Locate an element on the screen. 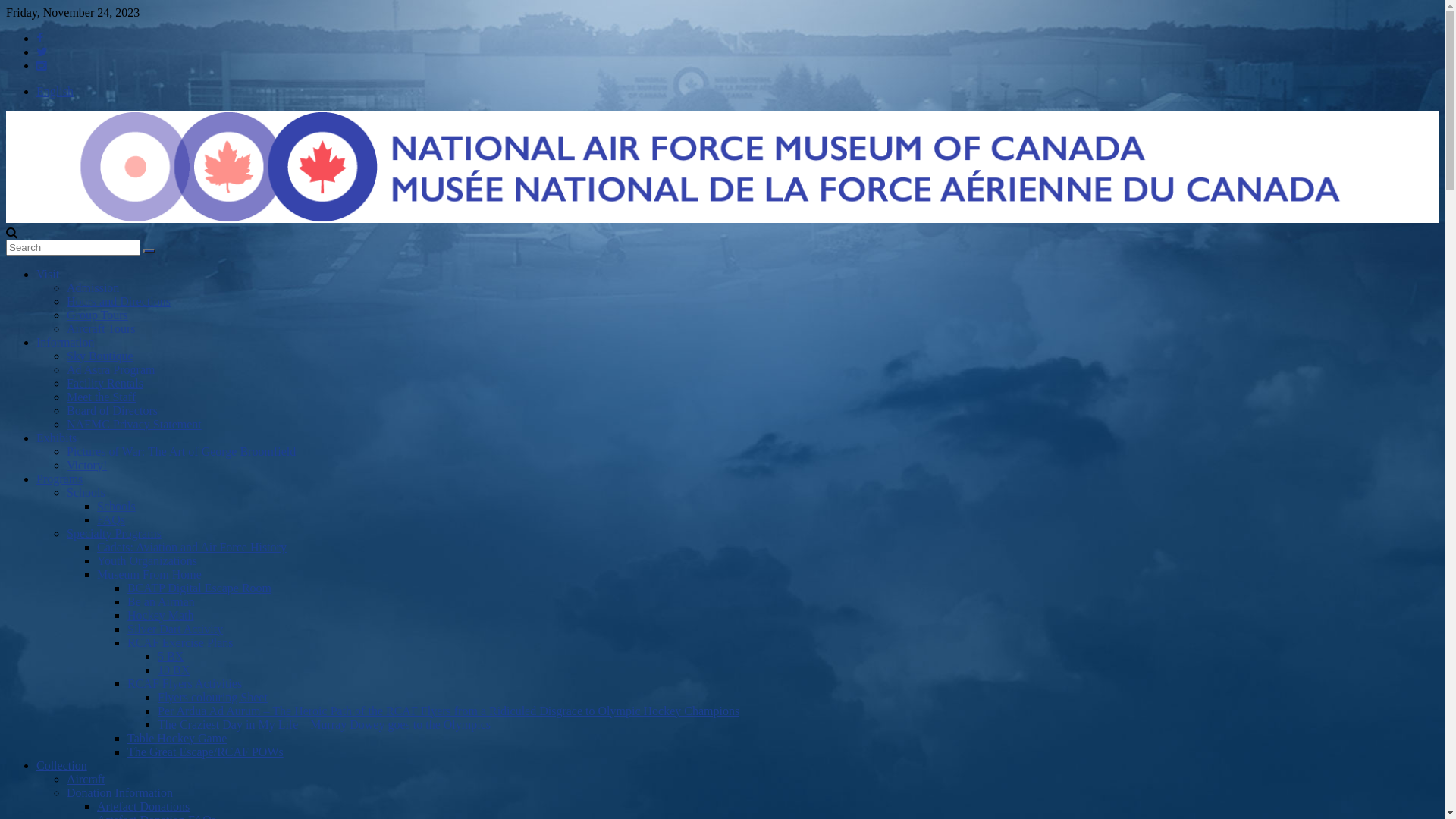 Image resolution: width=1456 pixels, height=819 pixels. 'Flyers colouring Sheet' is located at coordinates (212, 697).